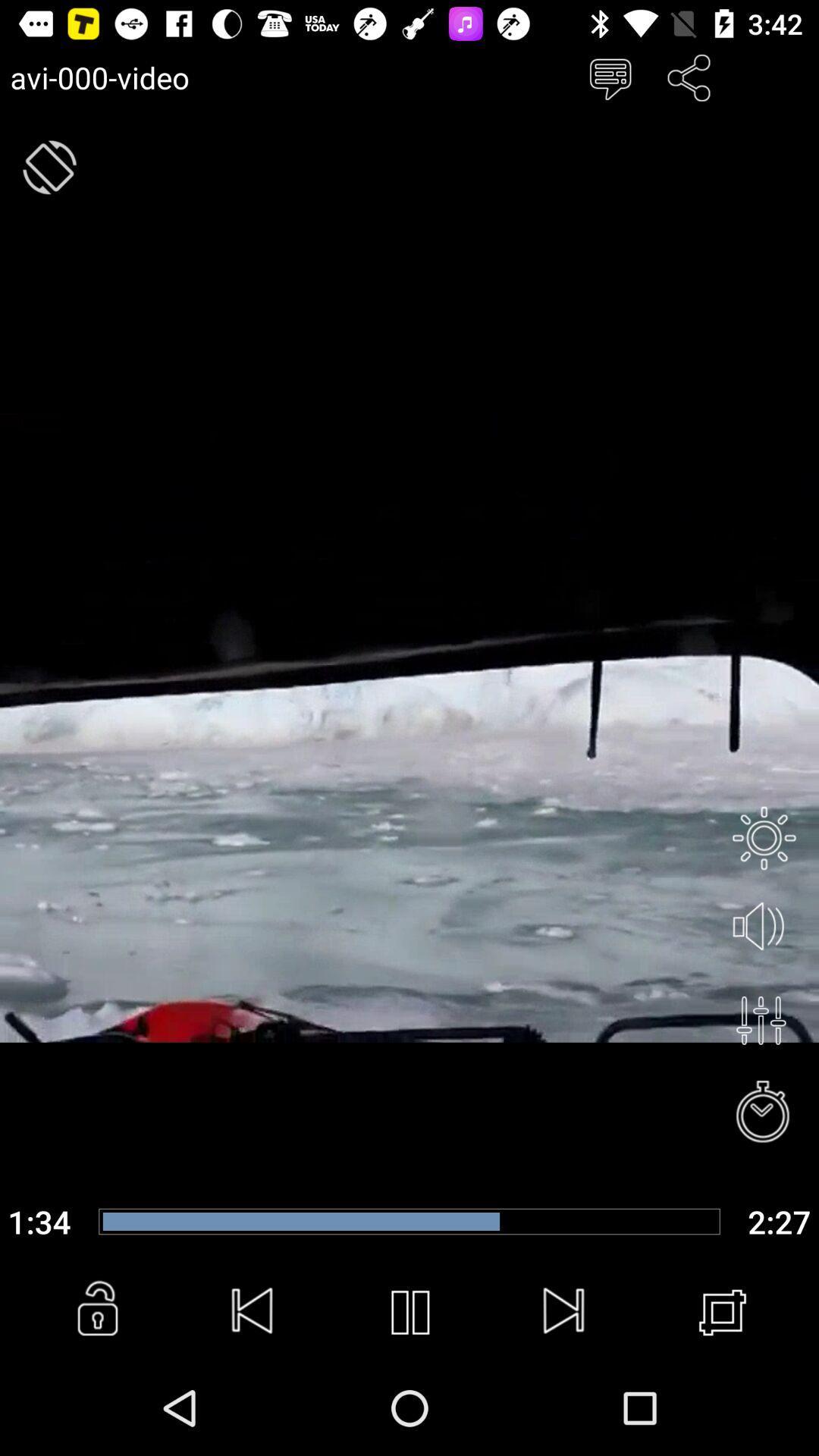 Image resolution: width=819 pixels, height=1456 pixels. I want to click on chat selection, so click(609, 77).